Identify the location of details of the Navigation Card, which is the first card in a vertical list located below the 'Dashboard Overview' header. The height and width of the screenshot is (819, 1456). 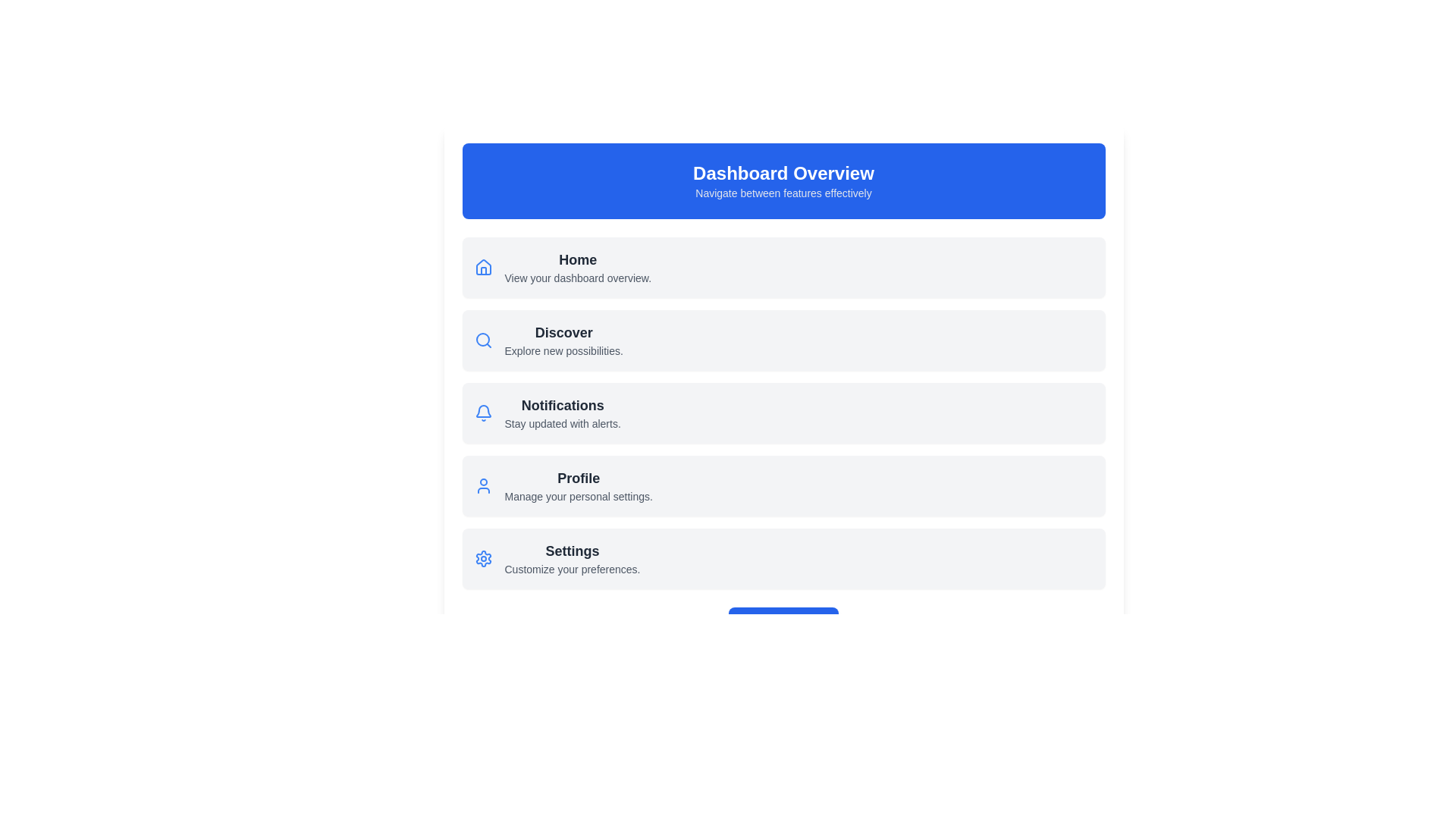
(783, 267).